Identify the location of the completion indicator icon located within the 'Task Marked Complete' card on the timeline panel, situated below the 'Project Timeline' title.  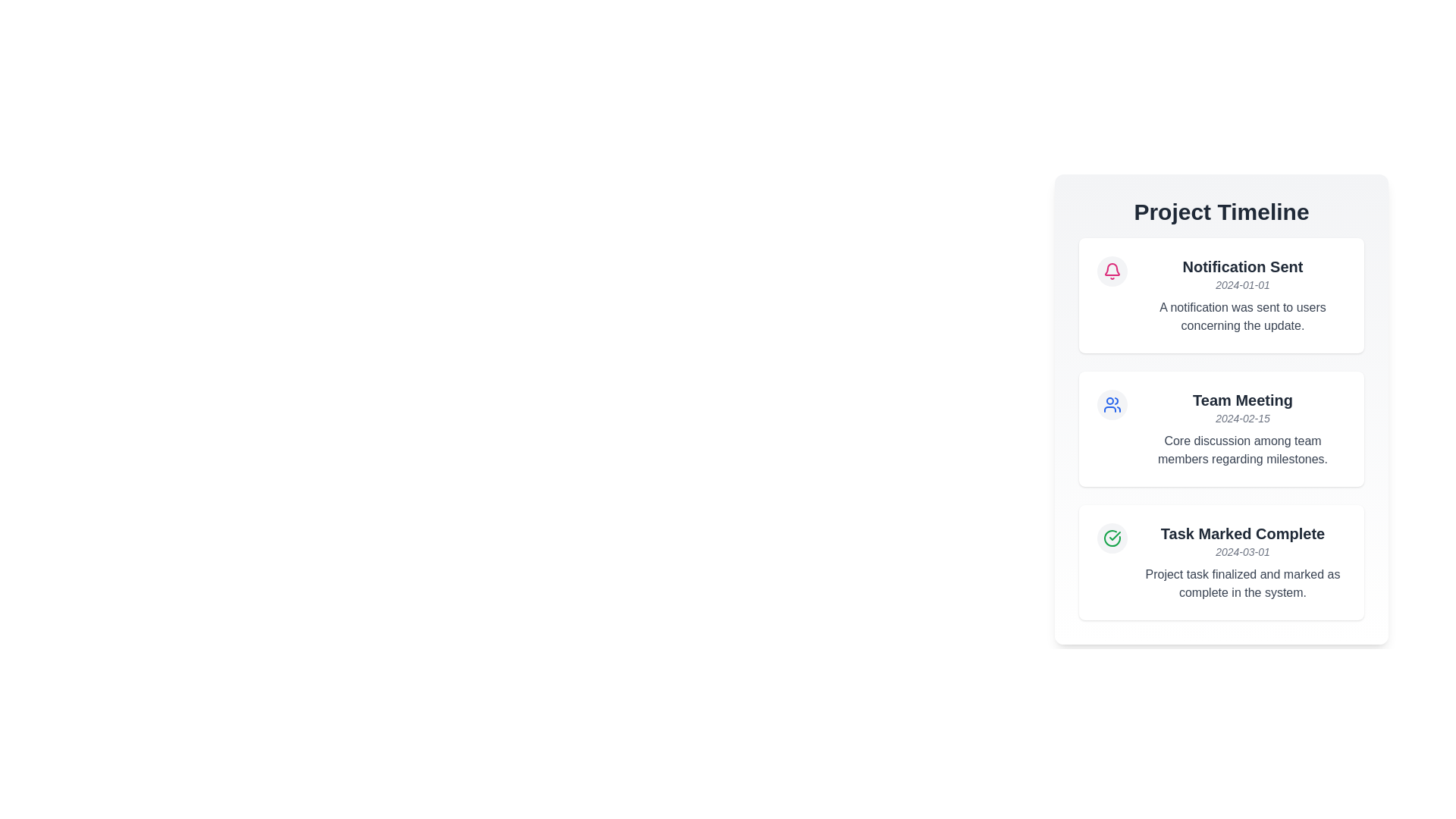
(1112, 537).